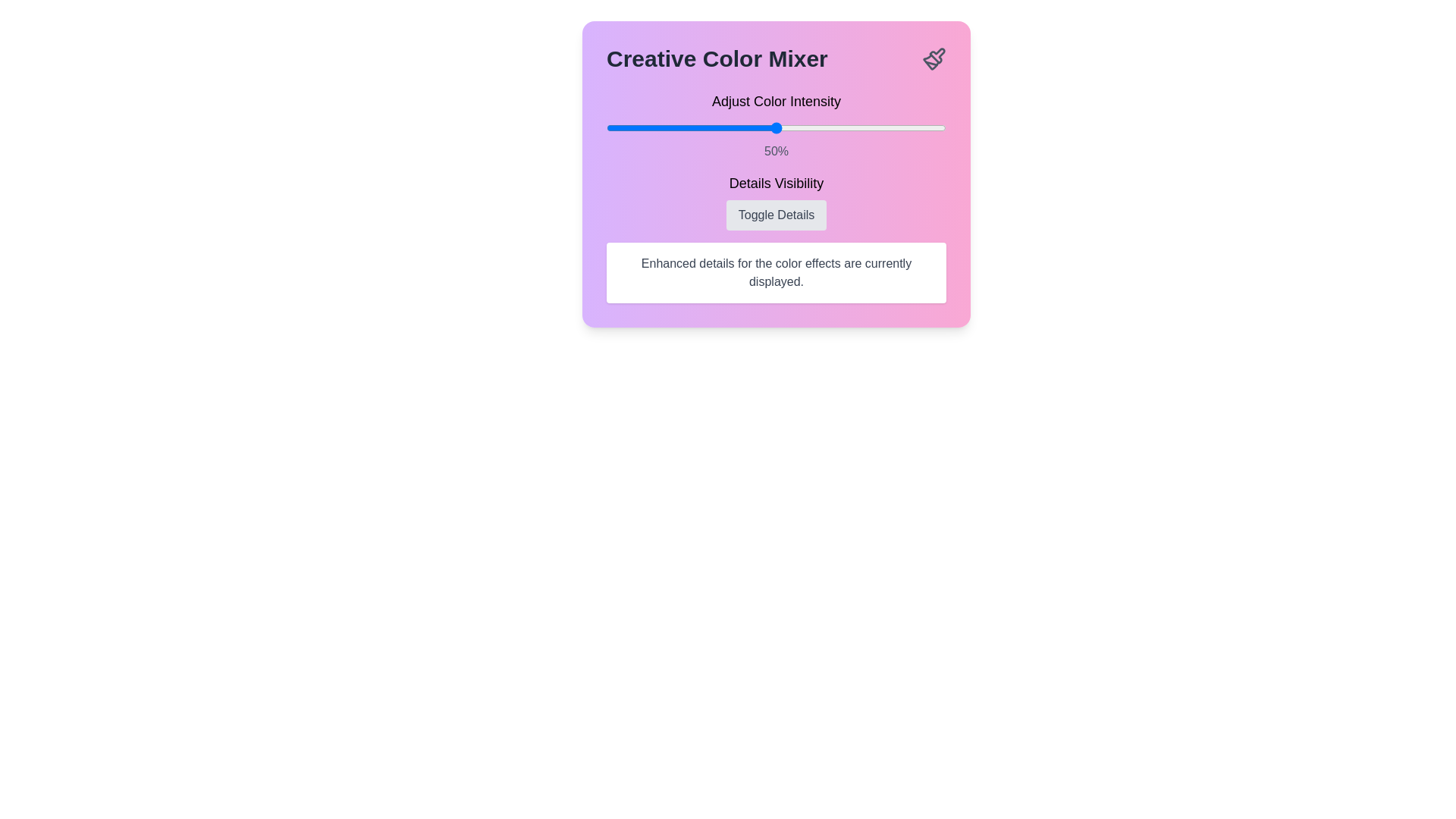 The width and height of the screenshot is (1456, 819). Describe the element at coordinates (827, 127) in the screenshot. I see `the color intensity` at that location.